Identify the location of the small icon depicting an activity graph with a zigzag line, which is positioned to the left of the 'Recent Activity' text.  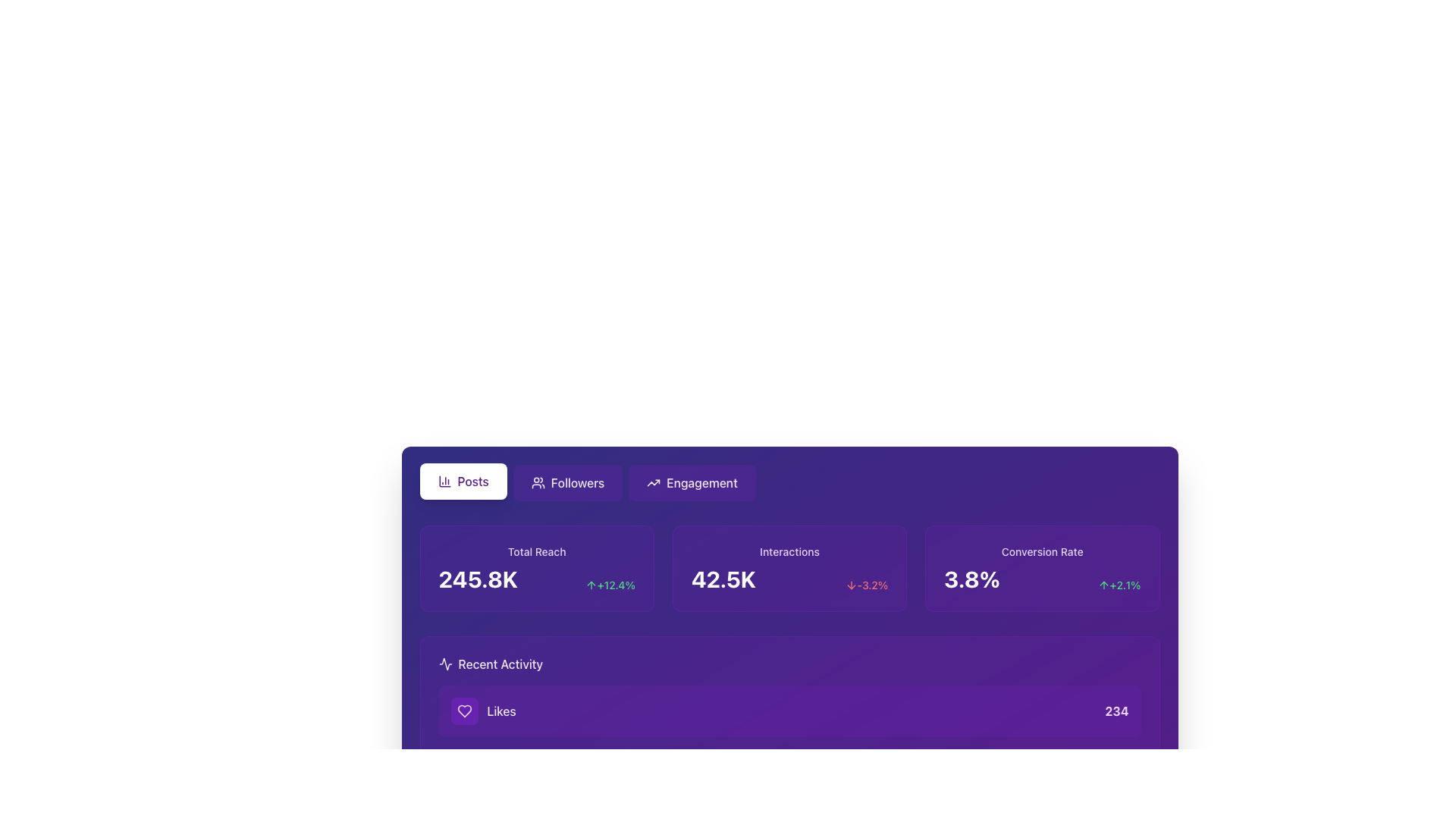
(444, 663).